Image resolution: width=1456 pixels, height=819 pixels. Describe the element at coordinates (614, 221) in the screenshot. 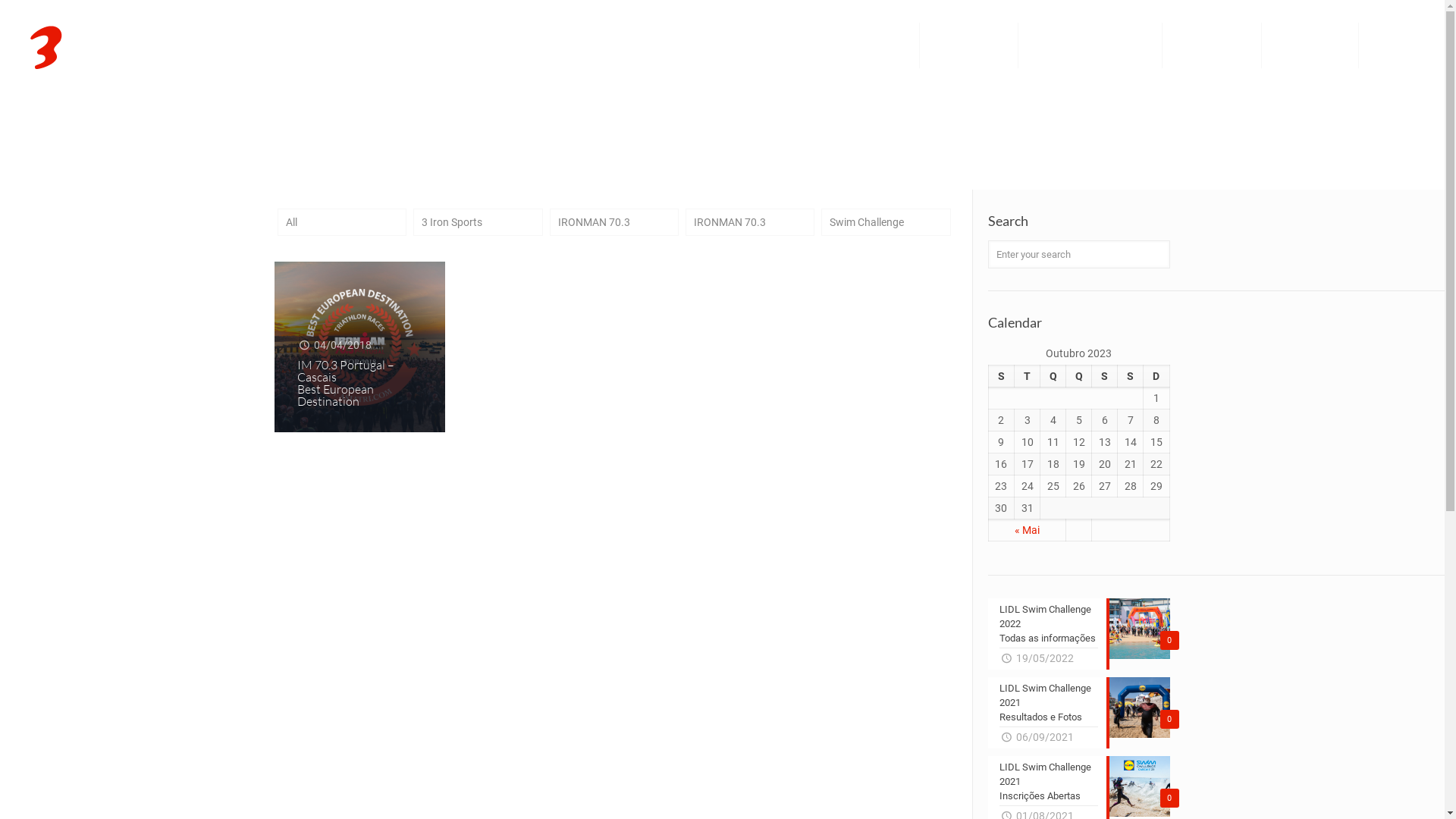

I see `'IRONMAN 70.3'` at that location.